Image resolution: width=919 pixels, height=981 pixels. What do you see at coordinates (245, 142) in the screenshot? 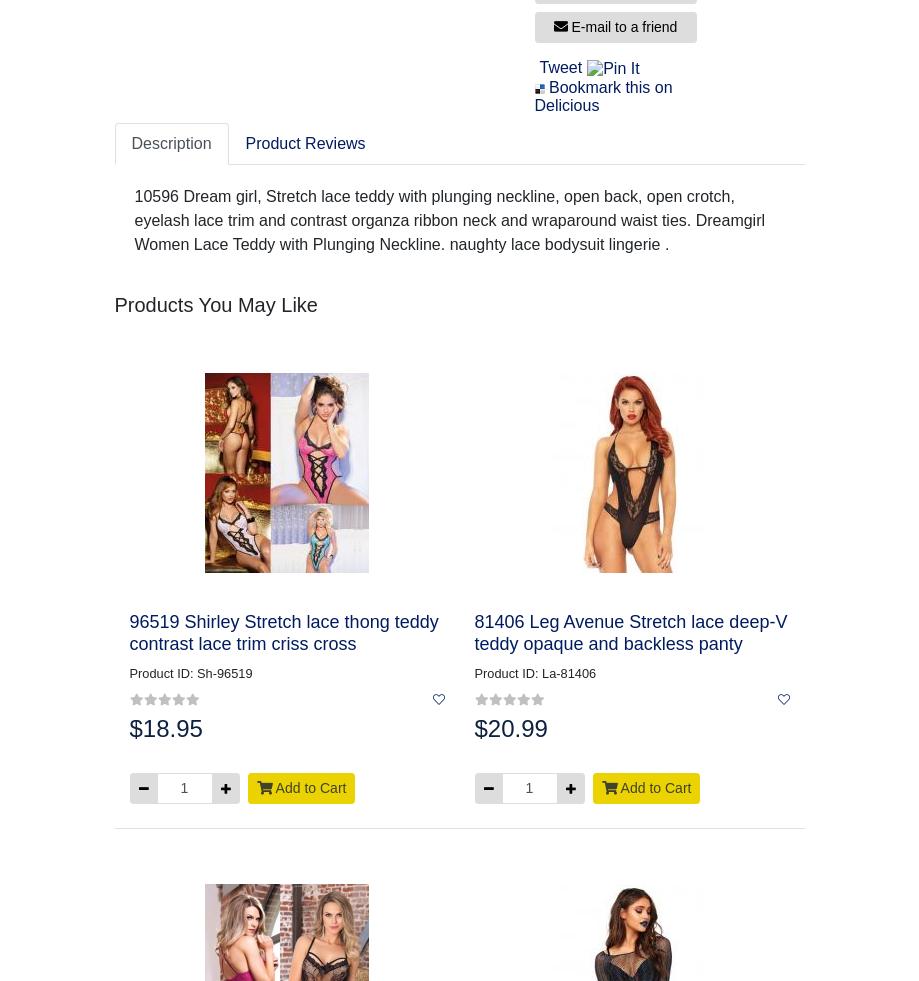
I see `'Product Reviews'` at bounding box center [245, 142].